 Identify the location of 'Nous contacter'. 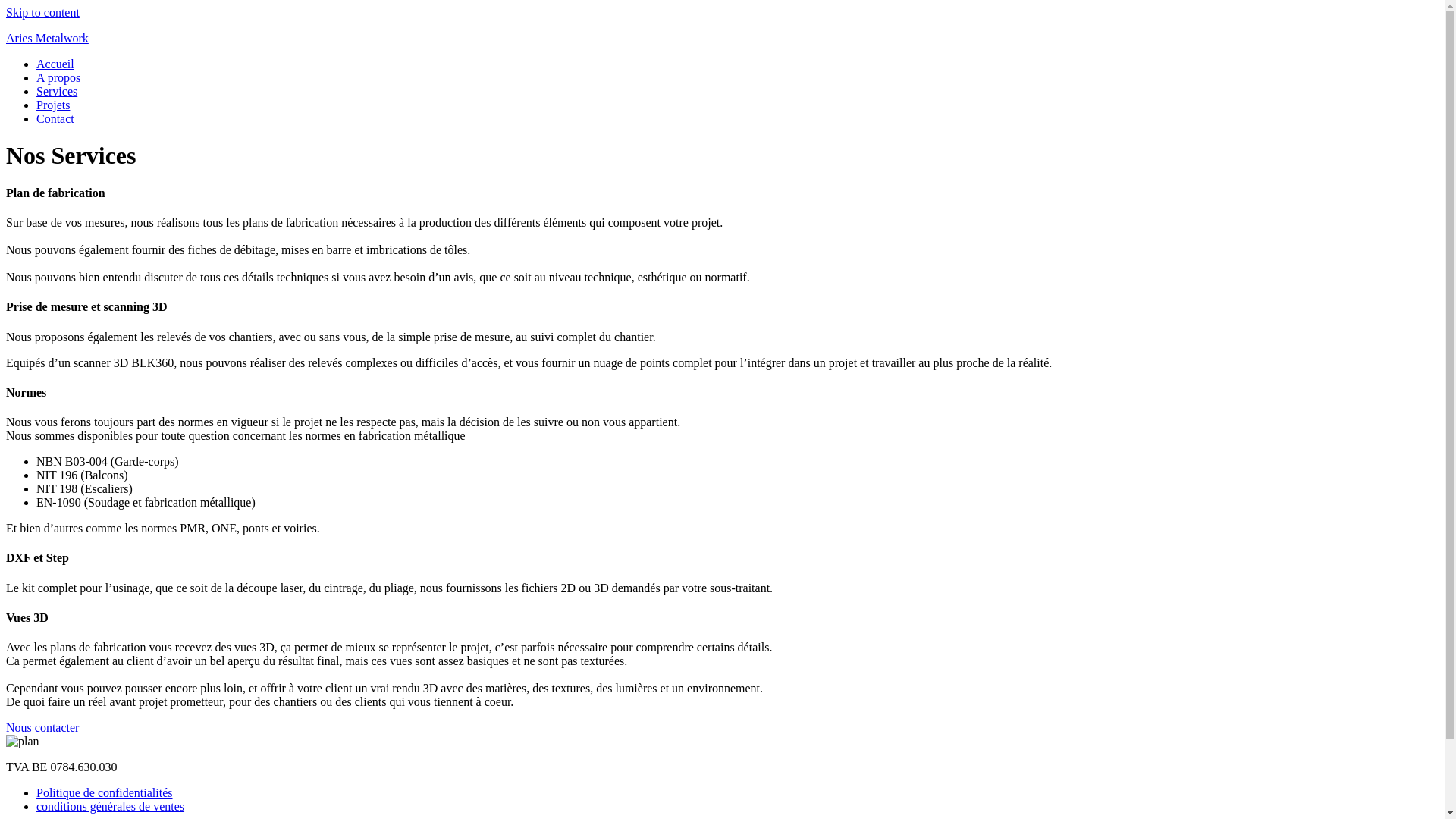
(42, 726).